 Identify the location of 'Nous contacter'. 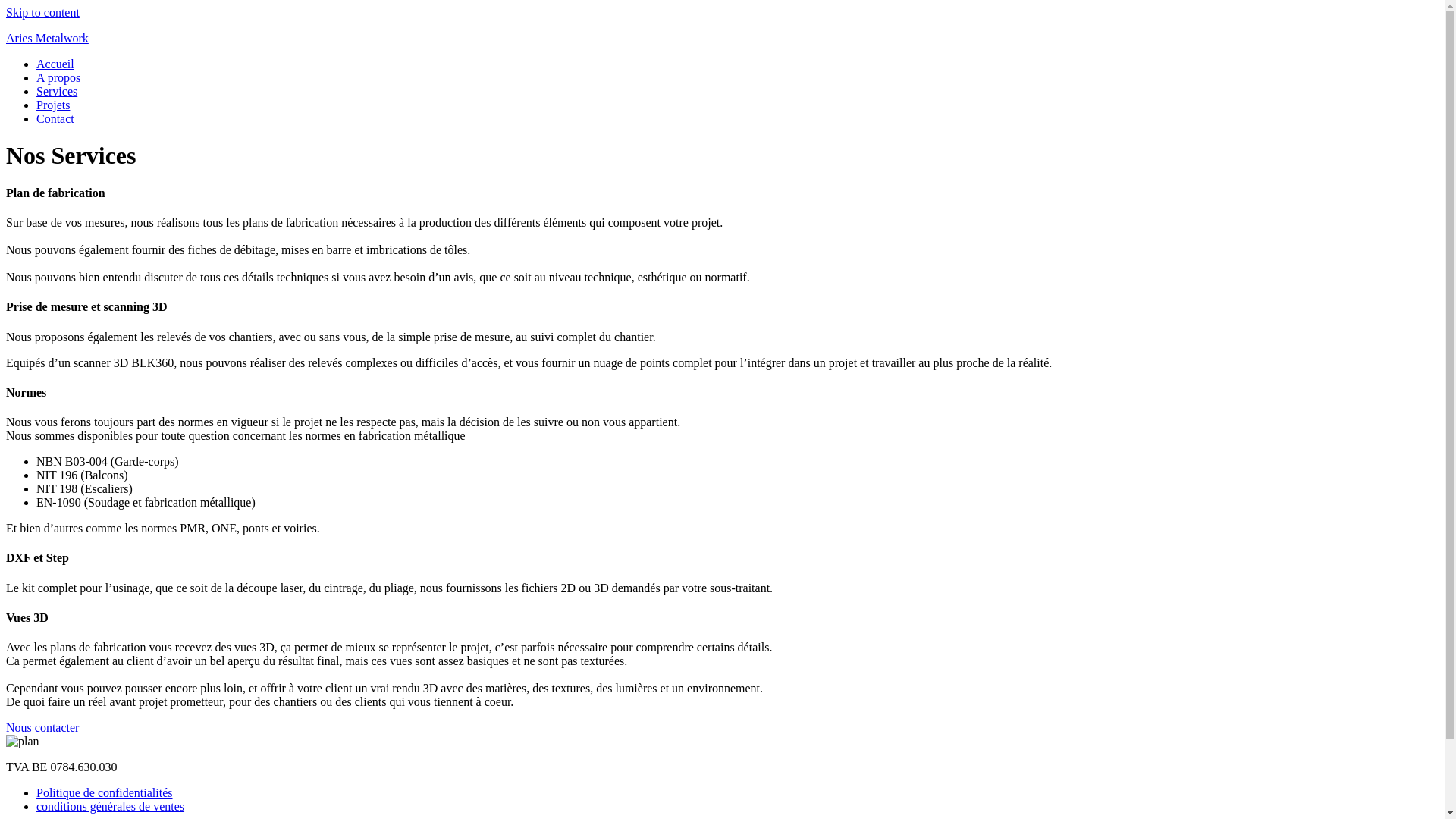
(42, 726).